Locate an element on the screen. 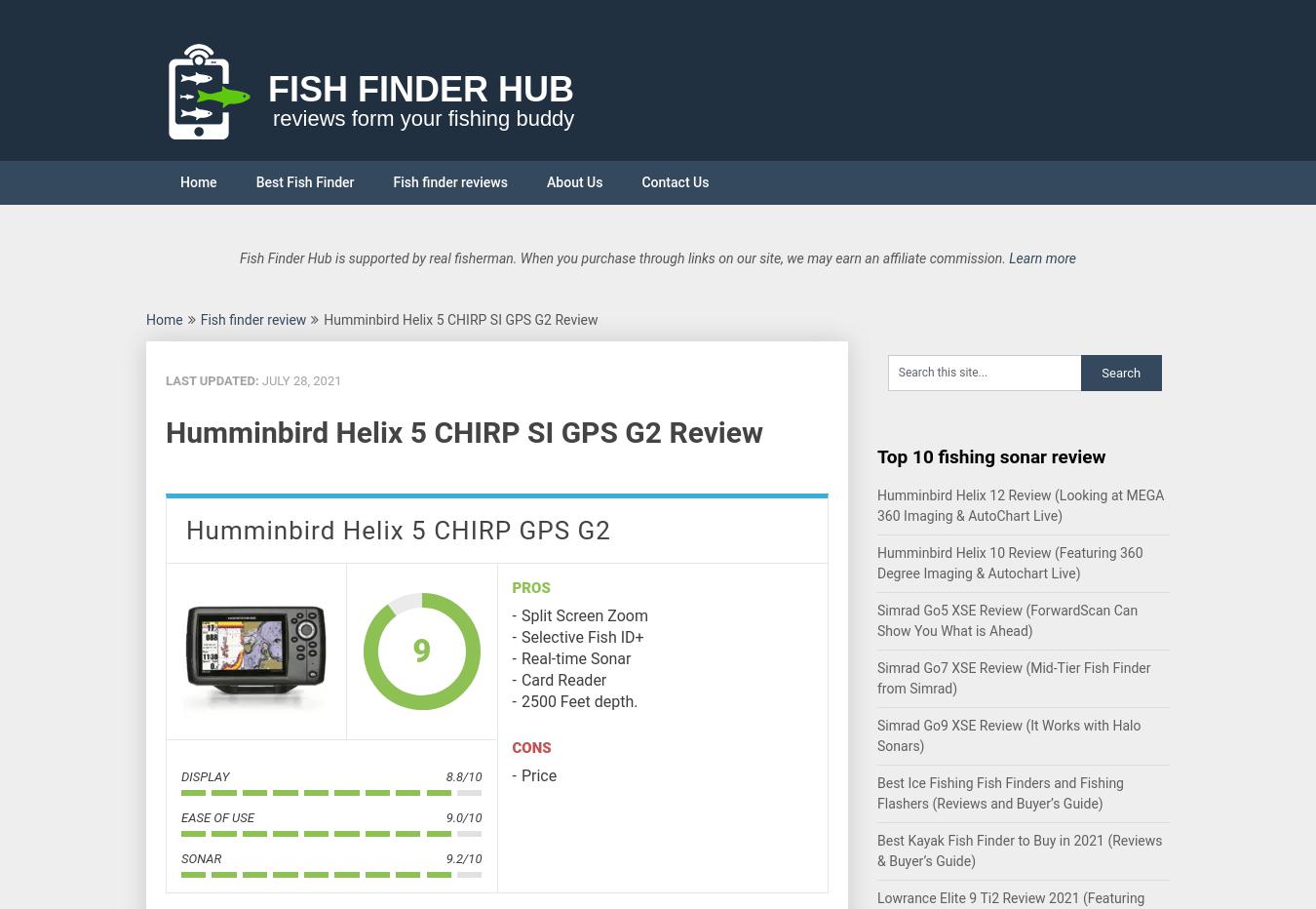 Image resolution: width=1316 pixels, height=909 pixels. 'Fish Finder Hub' is located at coordinates (421, 88).